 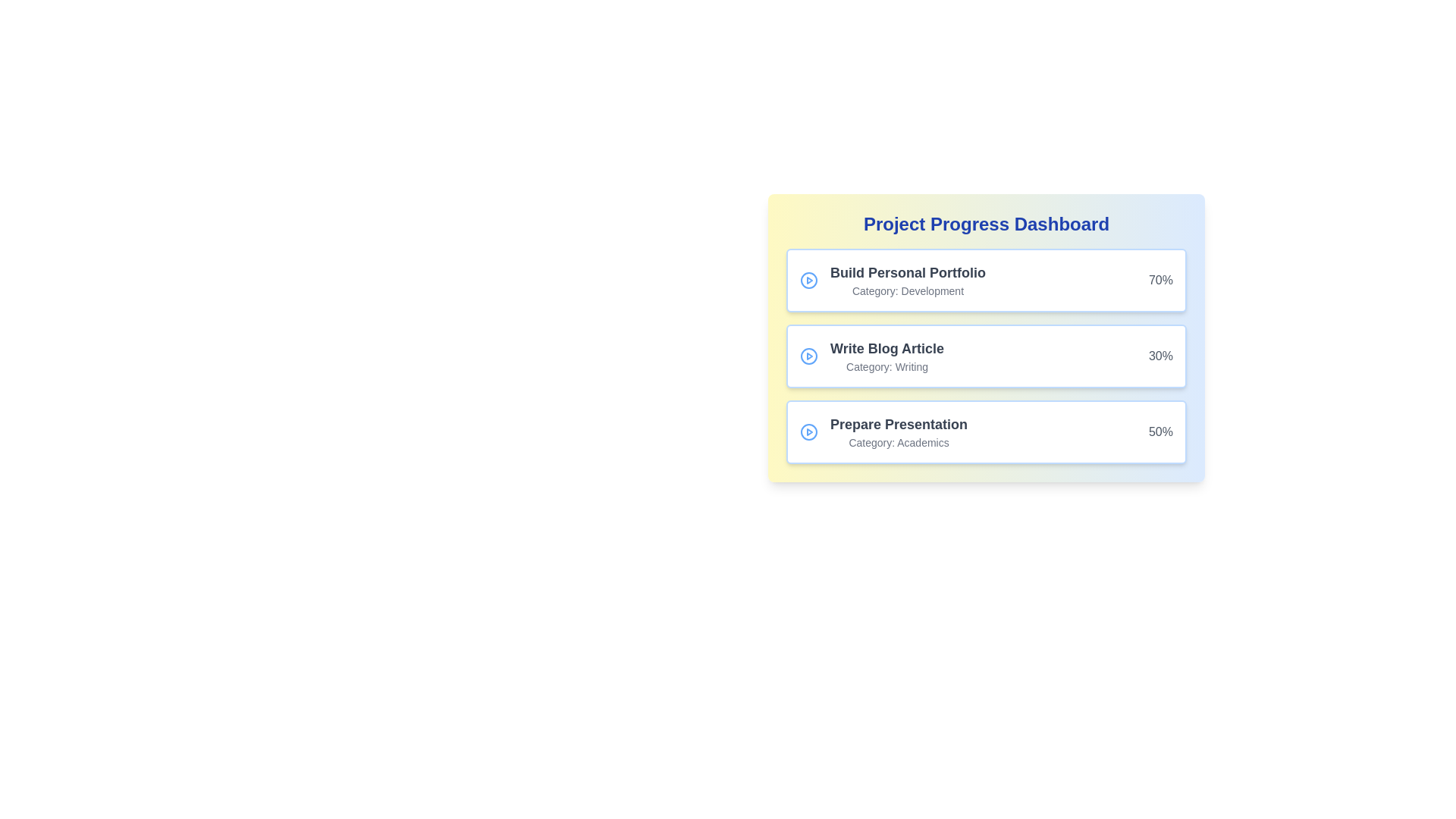 I want to click on the play button located on the left side of the 'Prepare Presentation' entry in the 'Project Progress Dashboard', so click(x=808, y=432).